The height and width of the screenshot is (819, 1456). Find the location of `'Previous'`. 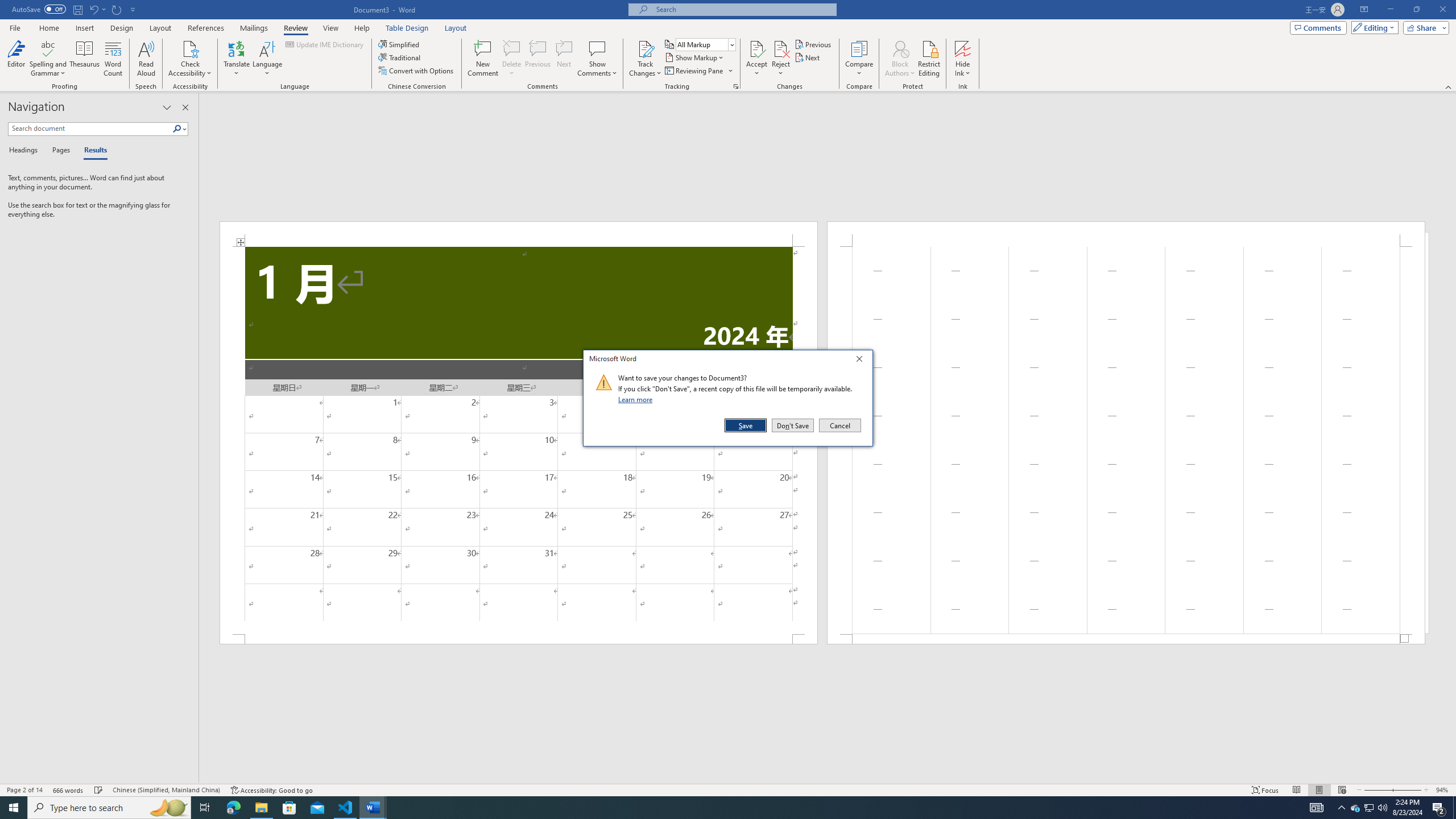

'Previous' is located at coordinates (813, 44).